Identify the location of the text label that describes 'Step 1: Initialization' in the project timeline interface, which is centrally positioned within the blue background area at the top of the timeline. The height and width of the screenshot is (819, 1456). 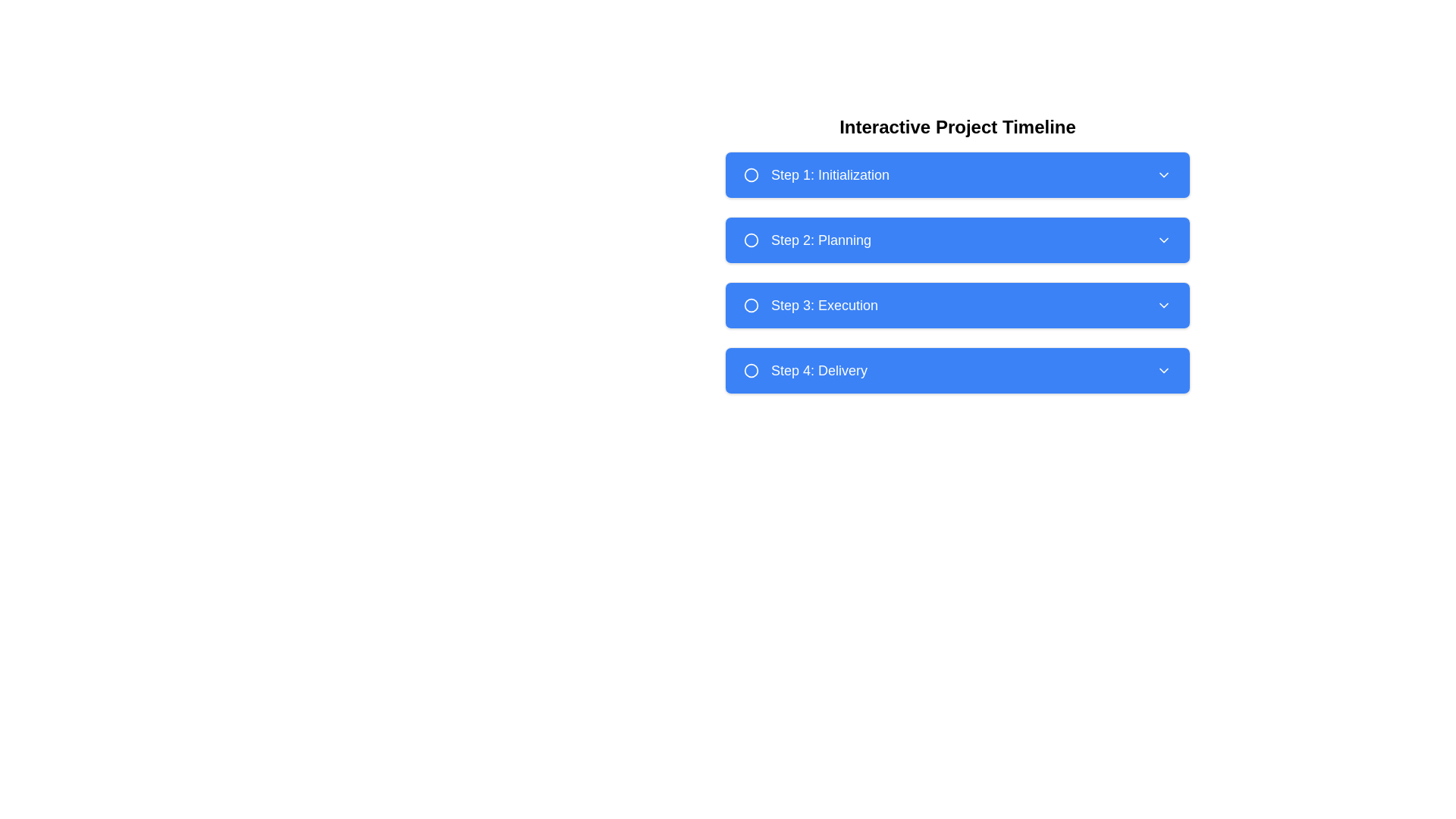
(829, 174).